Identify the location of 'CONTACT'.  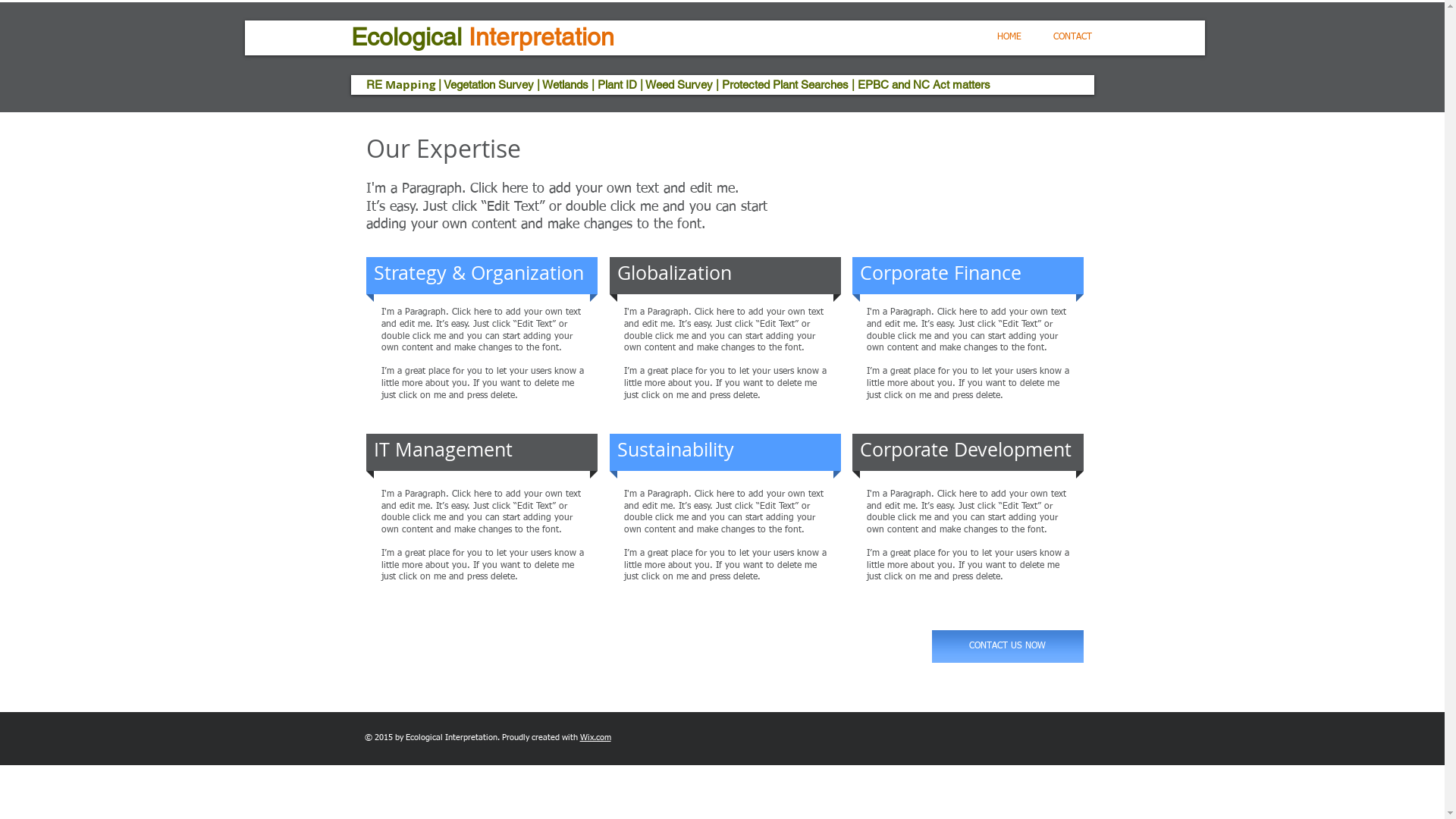
(1072, 36).